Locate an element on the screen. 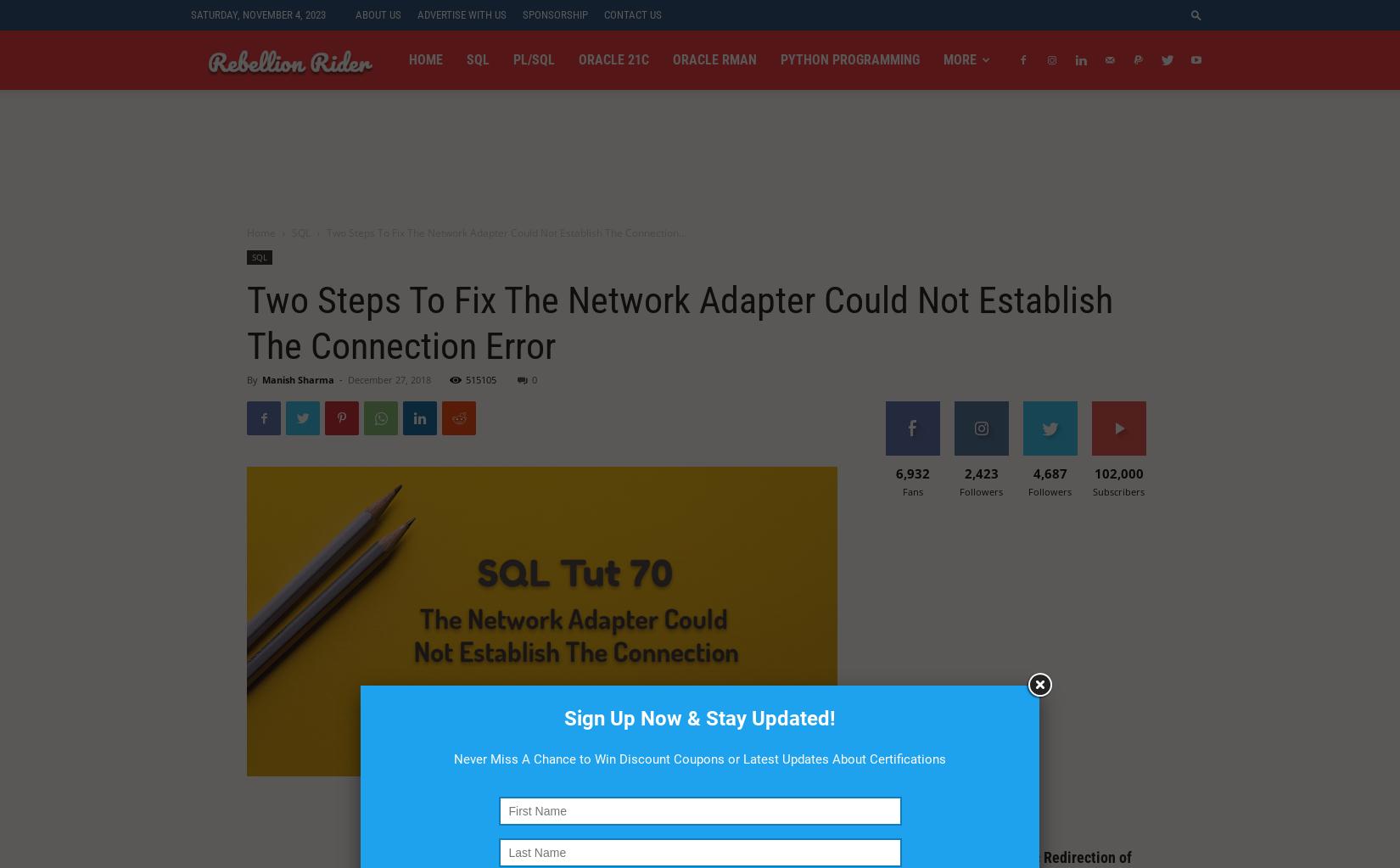 The height and width of the screenshot is (868, 1400). 'Python Programming' is located at coordinates (850, 59).